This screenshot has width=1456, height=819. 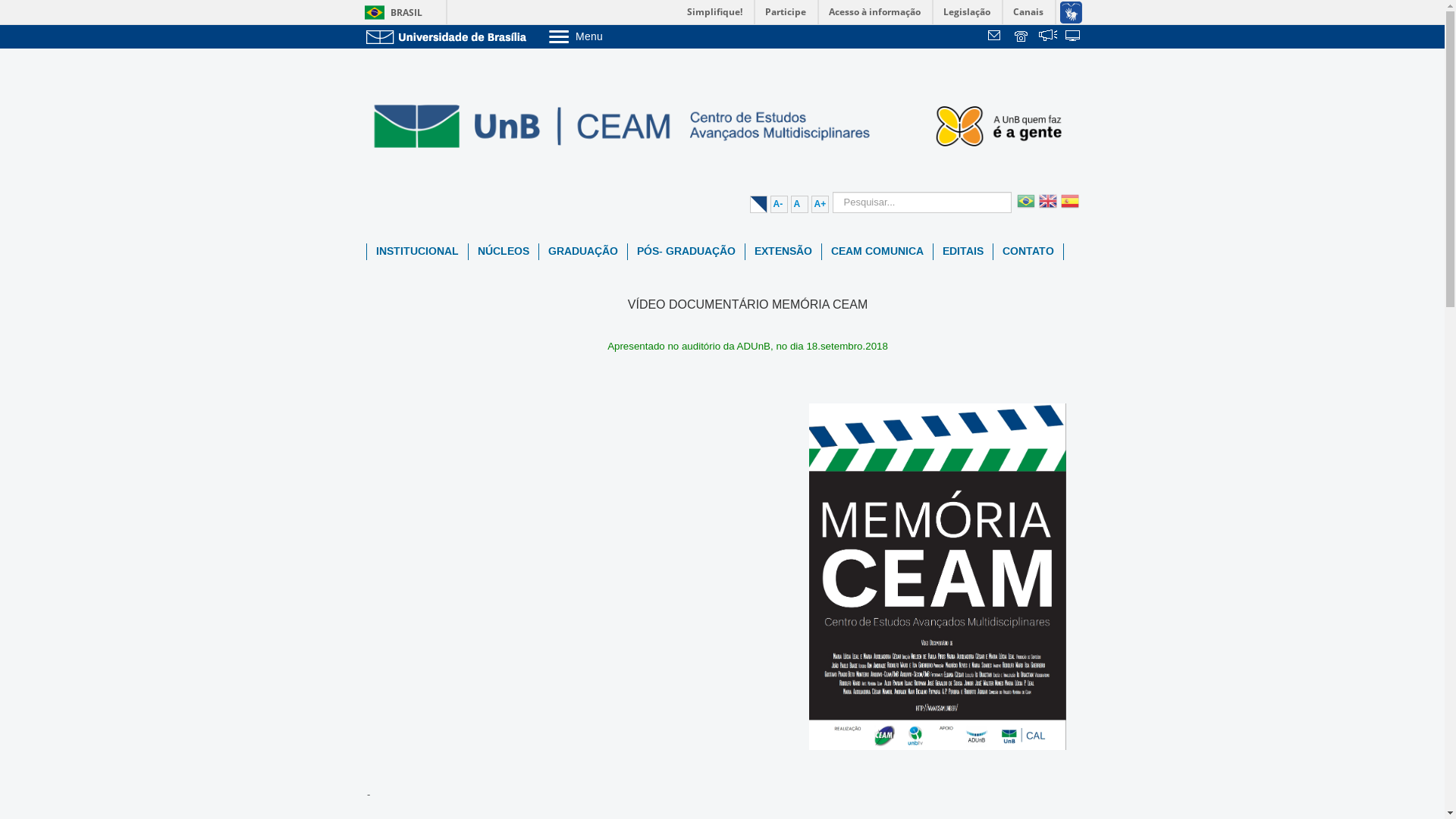 What do you see at coordinates (1022, 36) in the screenshot?
I see `'Telefones da UnB'` at bounding box center [1022, 36].